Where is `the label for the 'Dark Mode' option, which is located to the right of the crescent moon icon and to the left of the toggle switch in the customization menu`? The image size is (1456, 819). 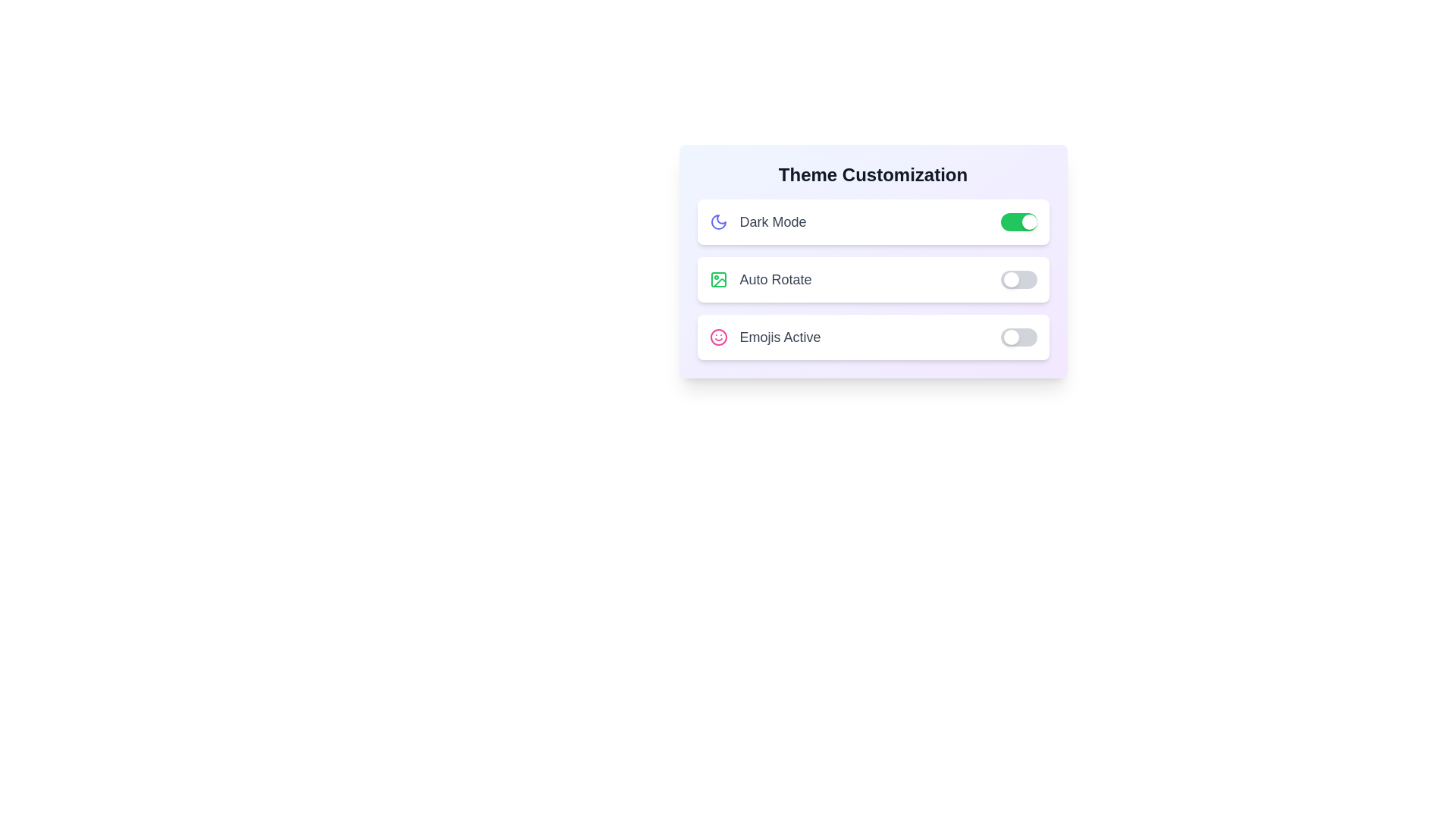
the label for the 'Dark Mode' option, which is located to the right of the crescent moon icon and to the left of the toggle switch in the customization menu is located at coordinates (758, 222).